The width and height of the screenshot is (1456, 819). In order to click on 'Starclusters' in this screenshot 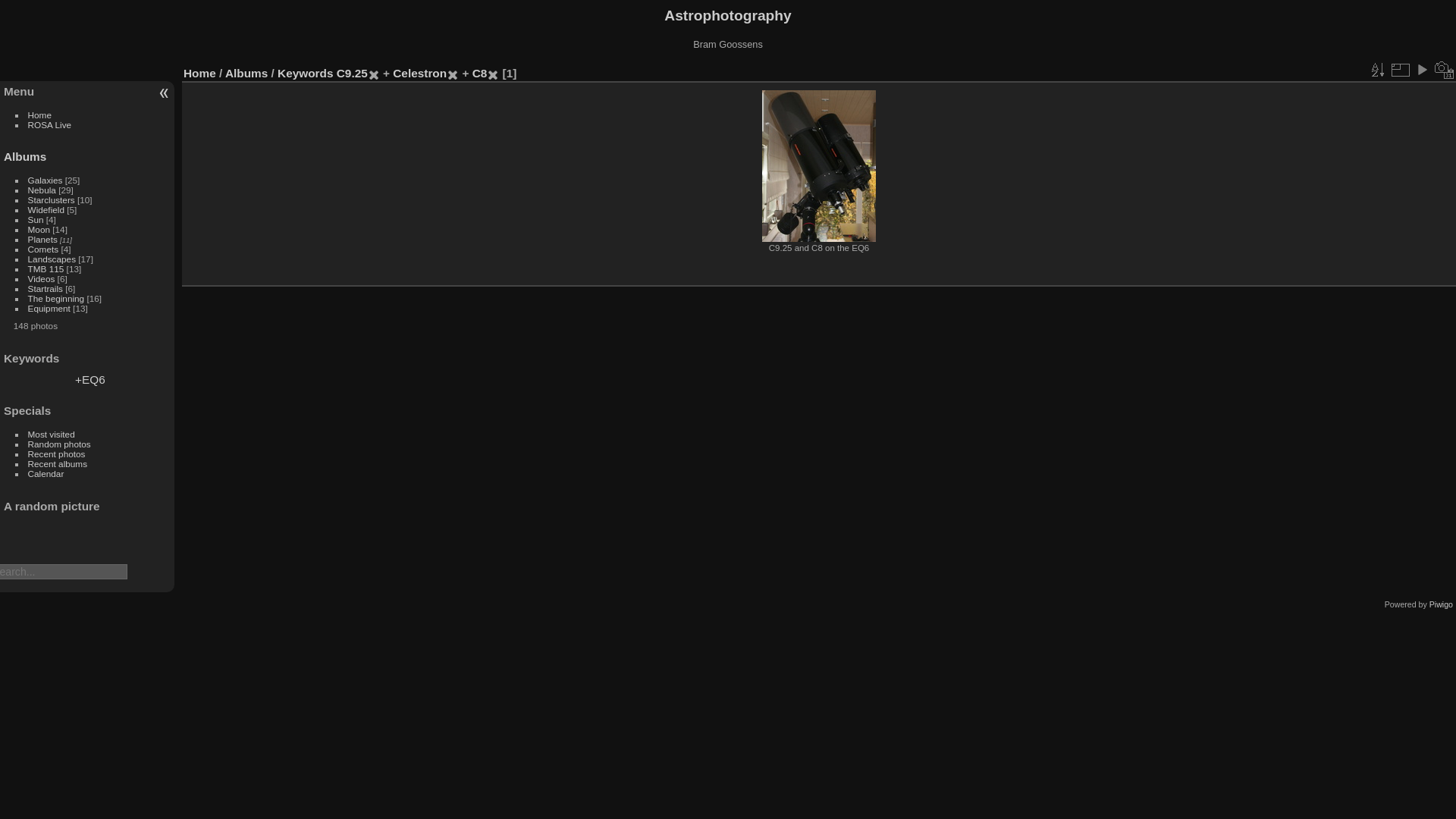, I will do `click(51, 199)`.